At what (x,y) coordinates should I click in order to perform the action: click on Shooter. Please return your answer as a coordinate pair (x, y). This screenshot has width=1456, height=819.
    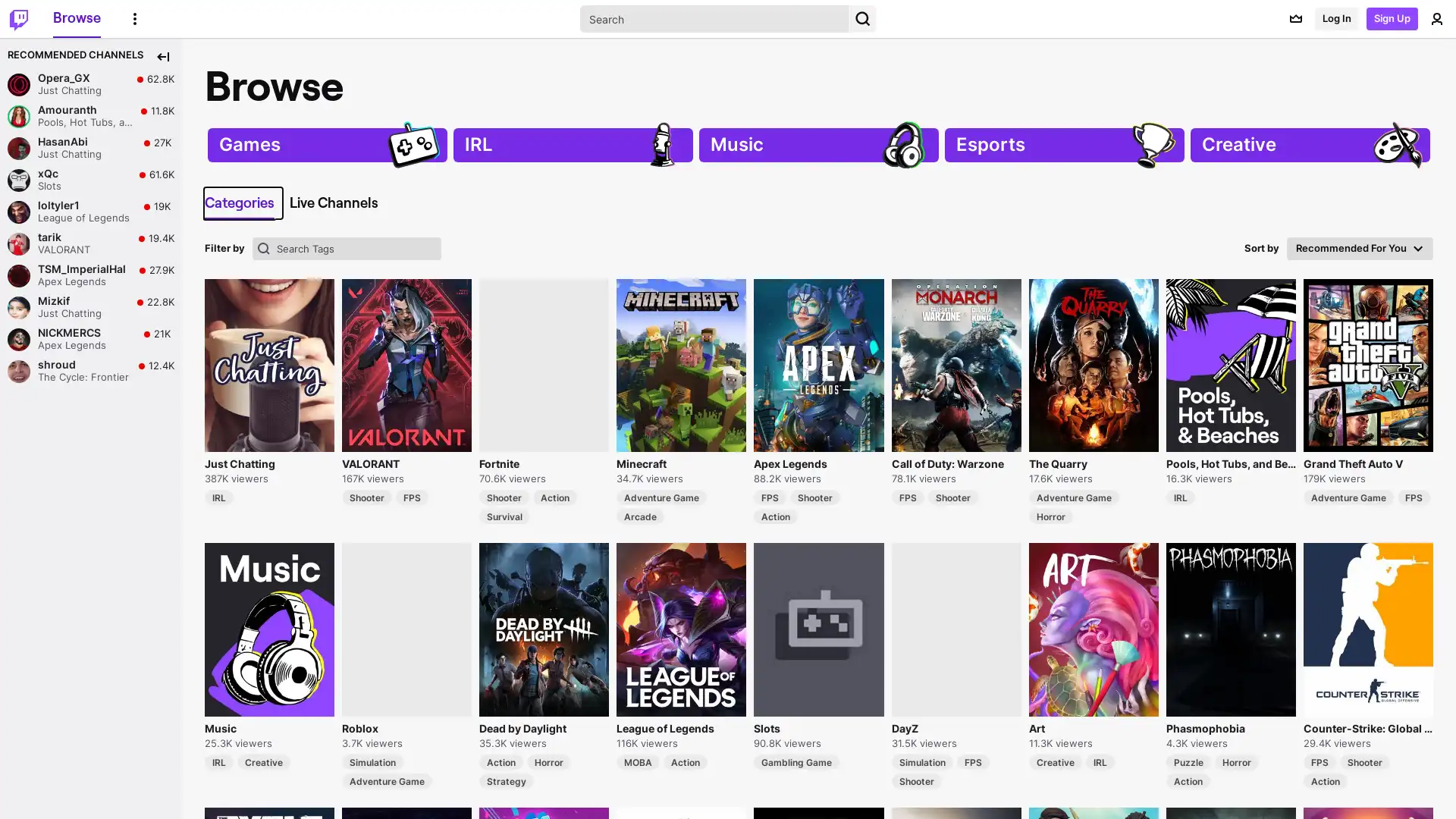
    Looking at the image, I should click on (814, 497).